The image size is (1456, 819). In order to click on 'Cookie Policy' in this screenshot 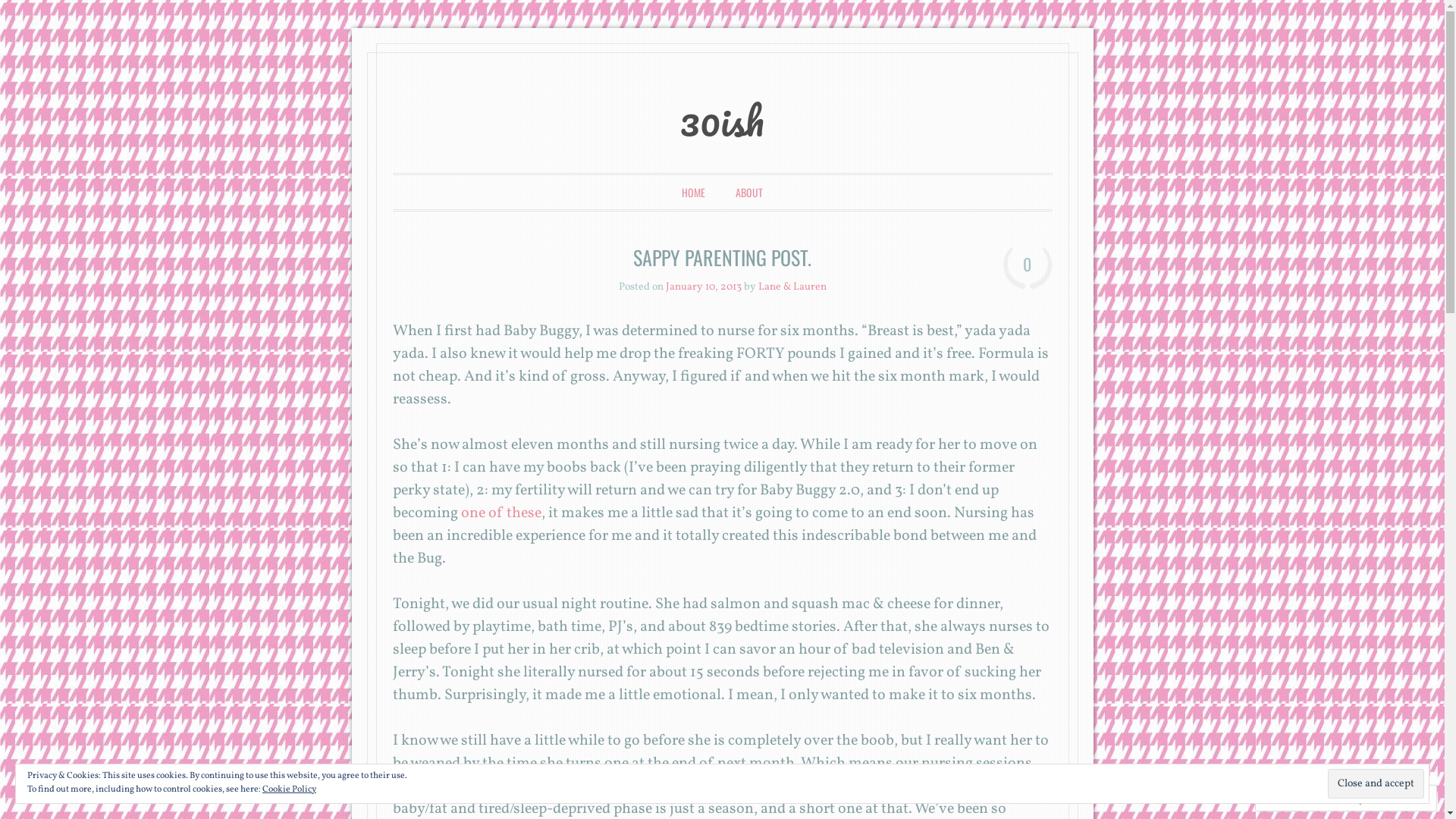, I will do `click(289, 789)`.